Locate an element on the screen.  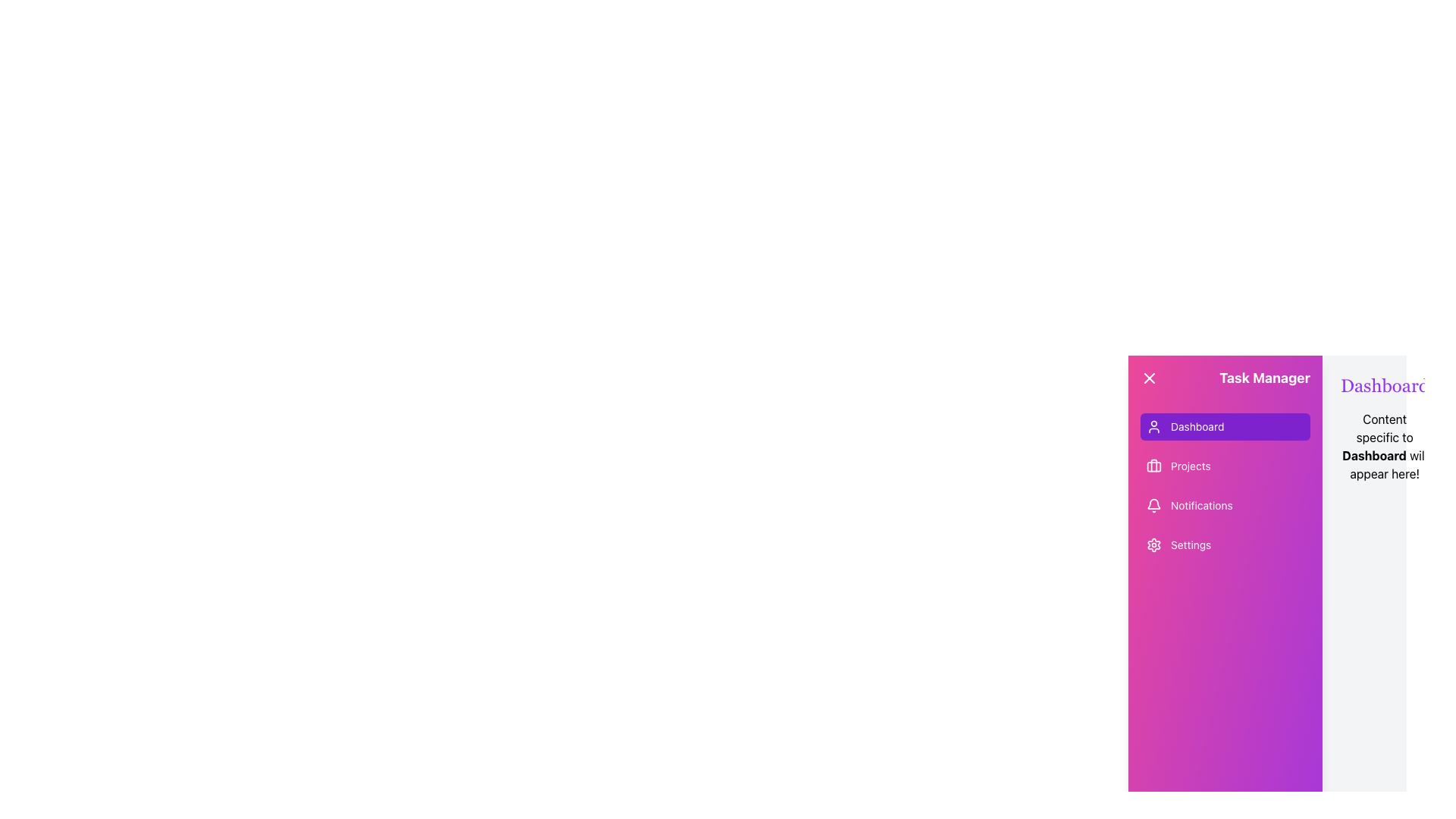
the 'Settings' icon, which is the fourth icon from the top is located at coordinates (1153, 544).